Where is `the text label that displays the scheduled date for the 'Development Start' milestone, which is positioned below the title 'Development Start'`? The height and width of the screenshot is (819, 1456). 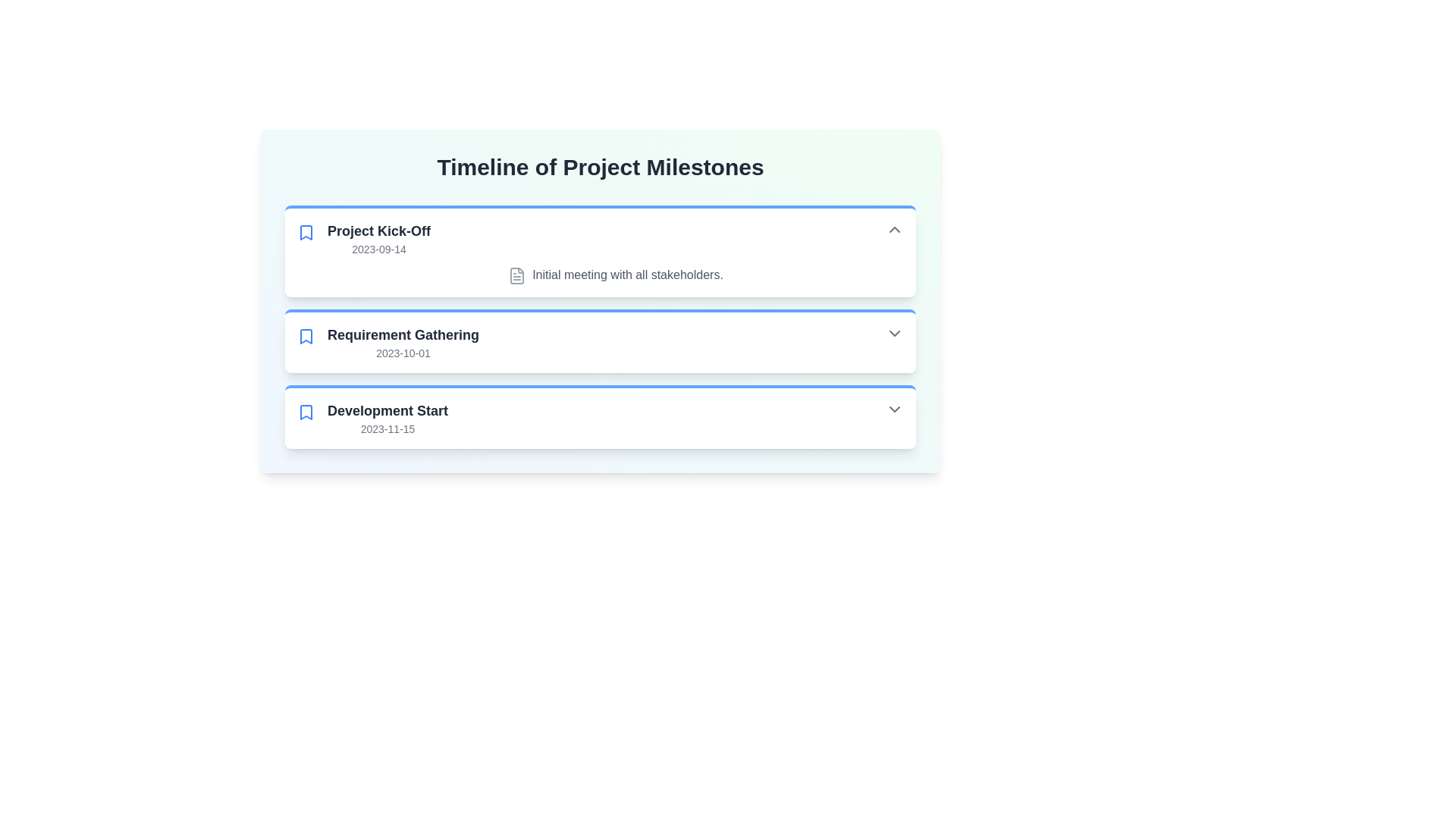
the text label that displays the scheduled date for the 'Development Start' milestone, which is positioned below the title 'Development Start' is located at coordinates (388, 428).